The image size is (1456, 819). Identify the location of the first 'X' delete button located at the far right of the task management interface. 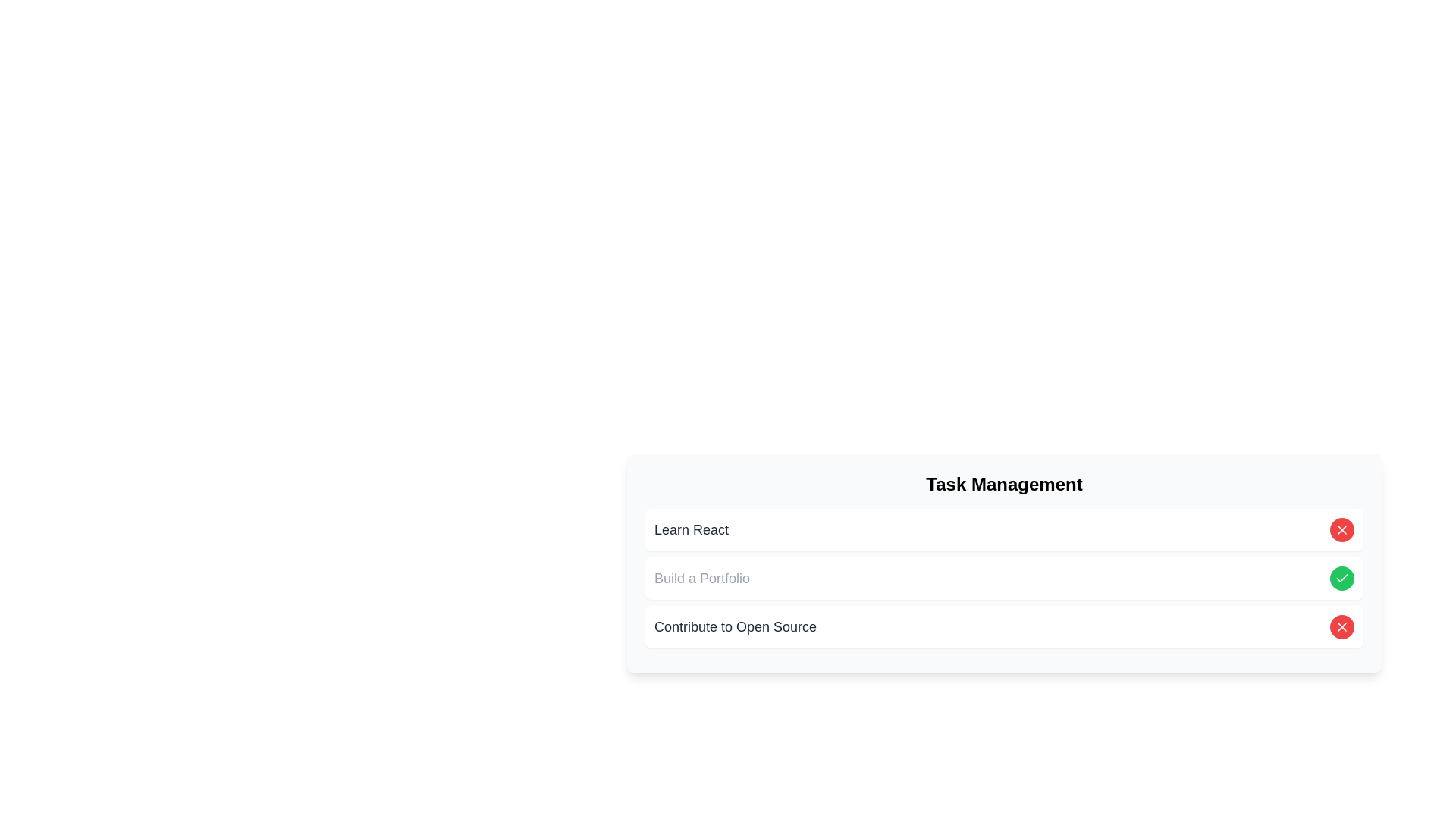
(1342, 529).